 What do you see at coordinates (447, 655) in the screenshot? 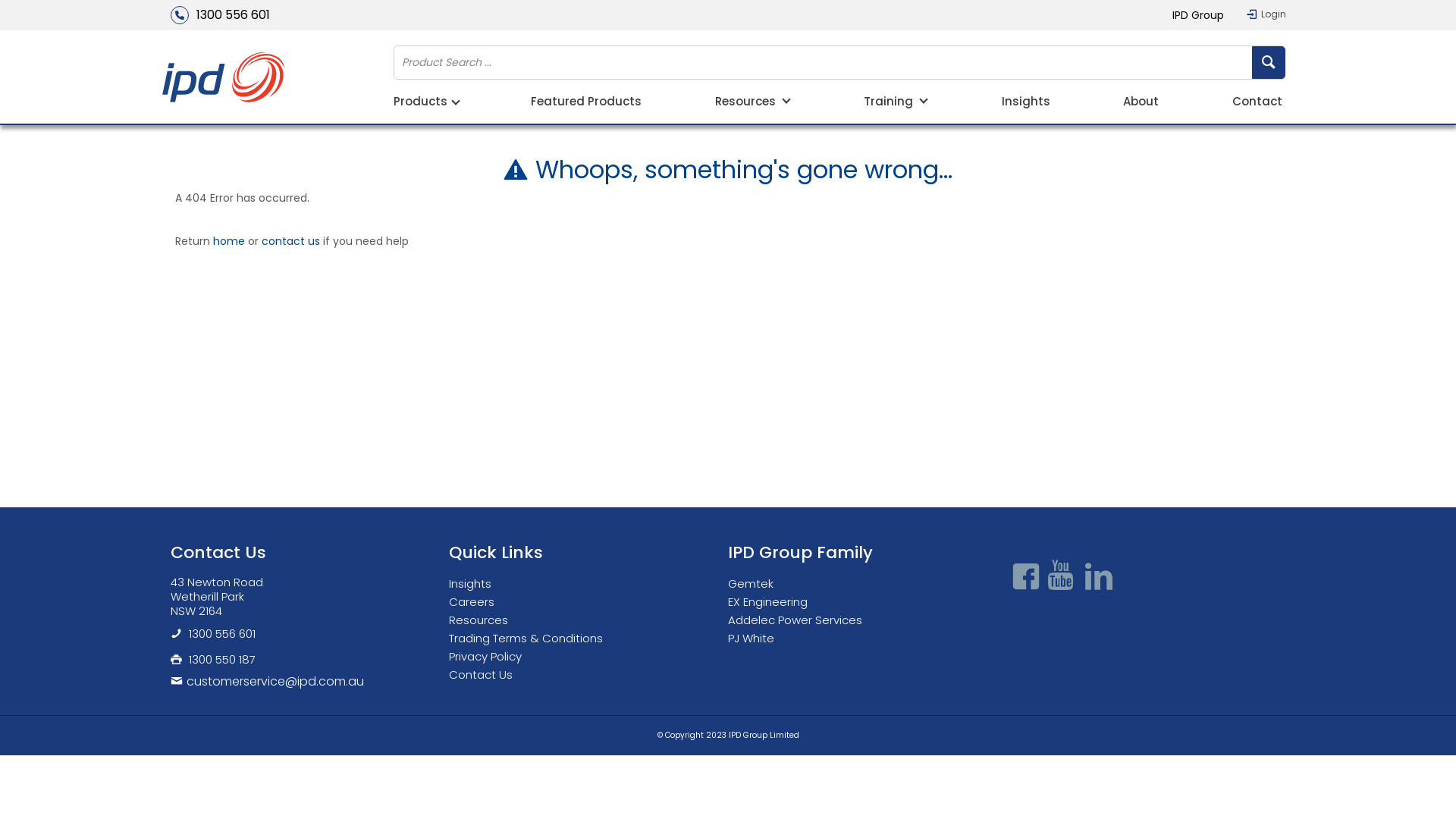
I see `'Privacy Policy'` at bounding box center [447, 655].